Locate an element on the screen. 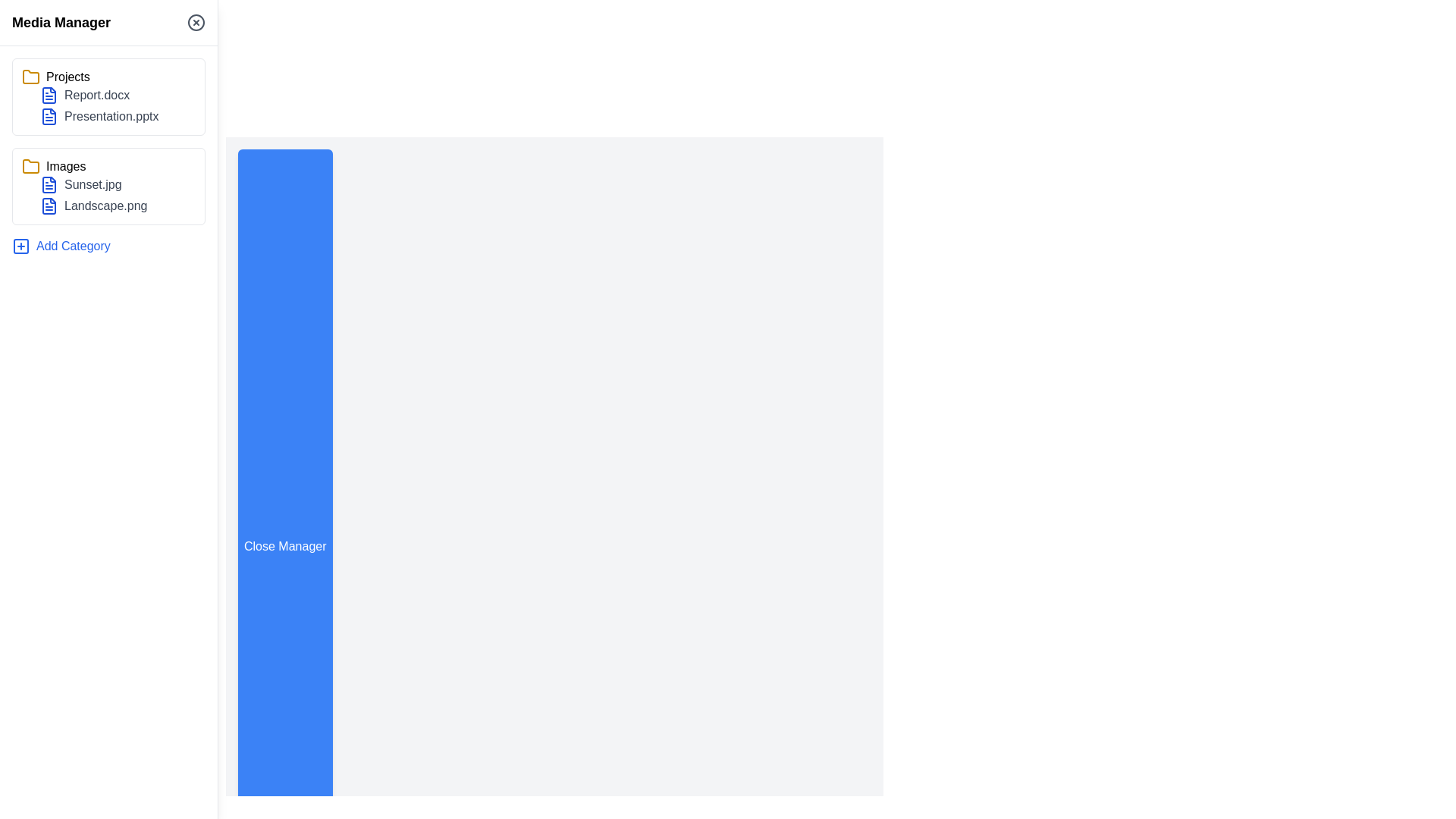  the blue file-like icon with a document outline and folded corner located is located at coordinates (49, 96).